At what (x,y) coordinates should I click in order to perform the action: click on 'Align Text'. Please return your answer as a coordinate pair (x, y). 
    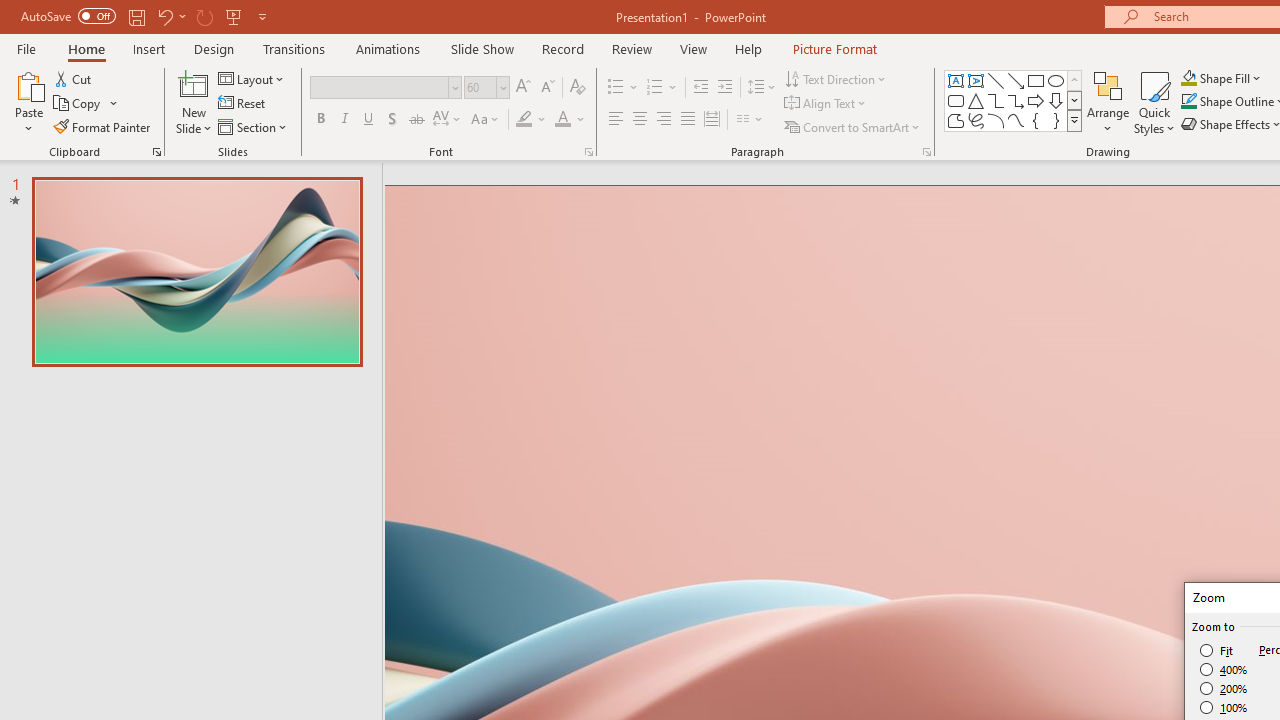
    Looking at the image, I should click on (826, 103).